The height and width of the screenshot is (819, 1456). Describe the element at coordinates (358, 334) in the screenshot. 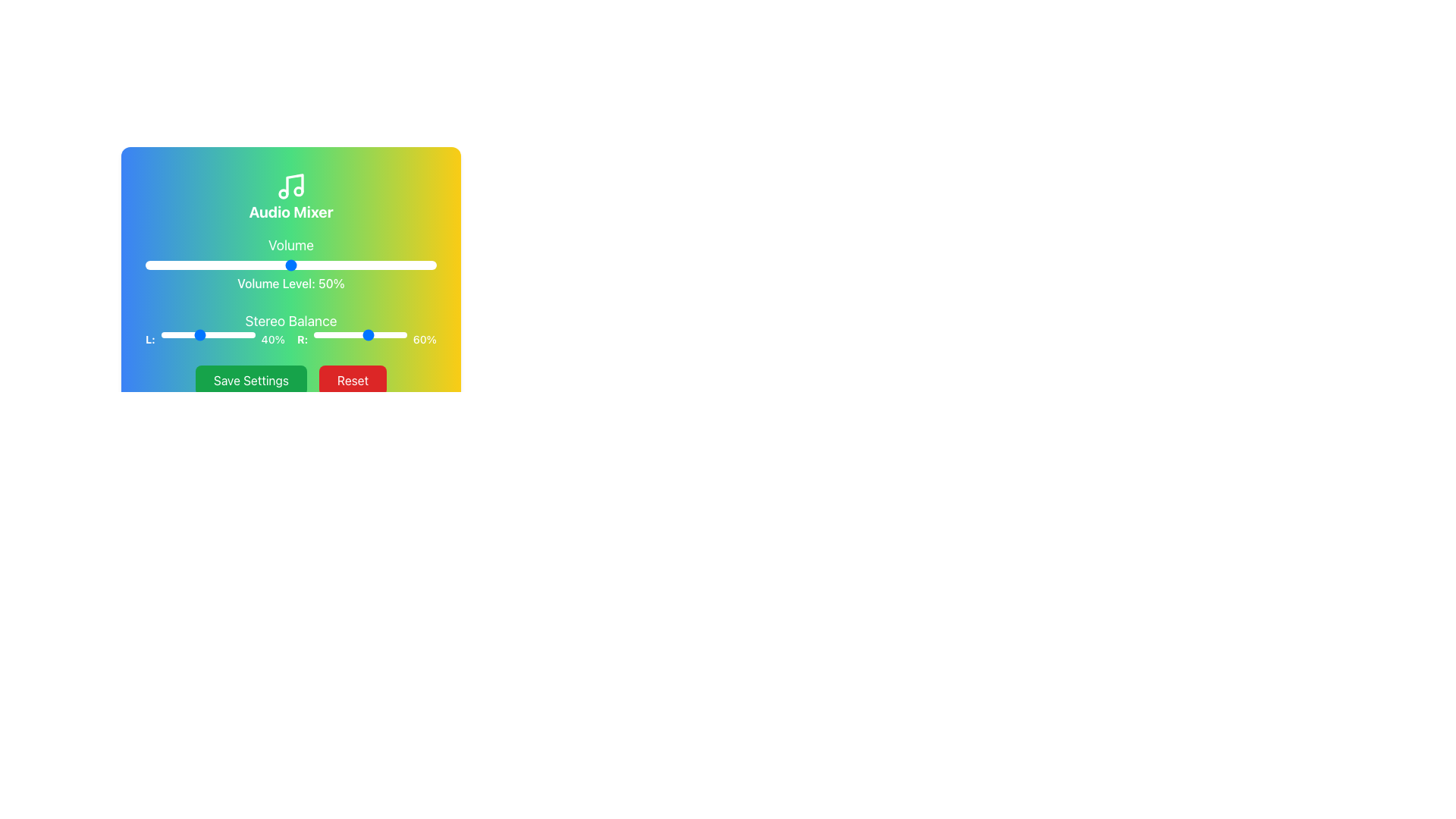

I see `the stereo balance` at that location.